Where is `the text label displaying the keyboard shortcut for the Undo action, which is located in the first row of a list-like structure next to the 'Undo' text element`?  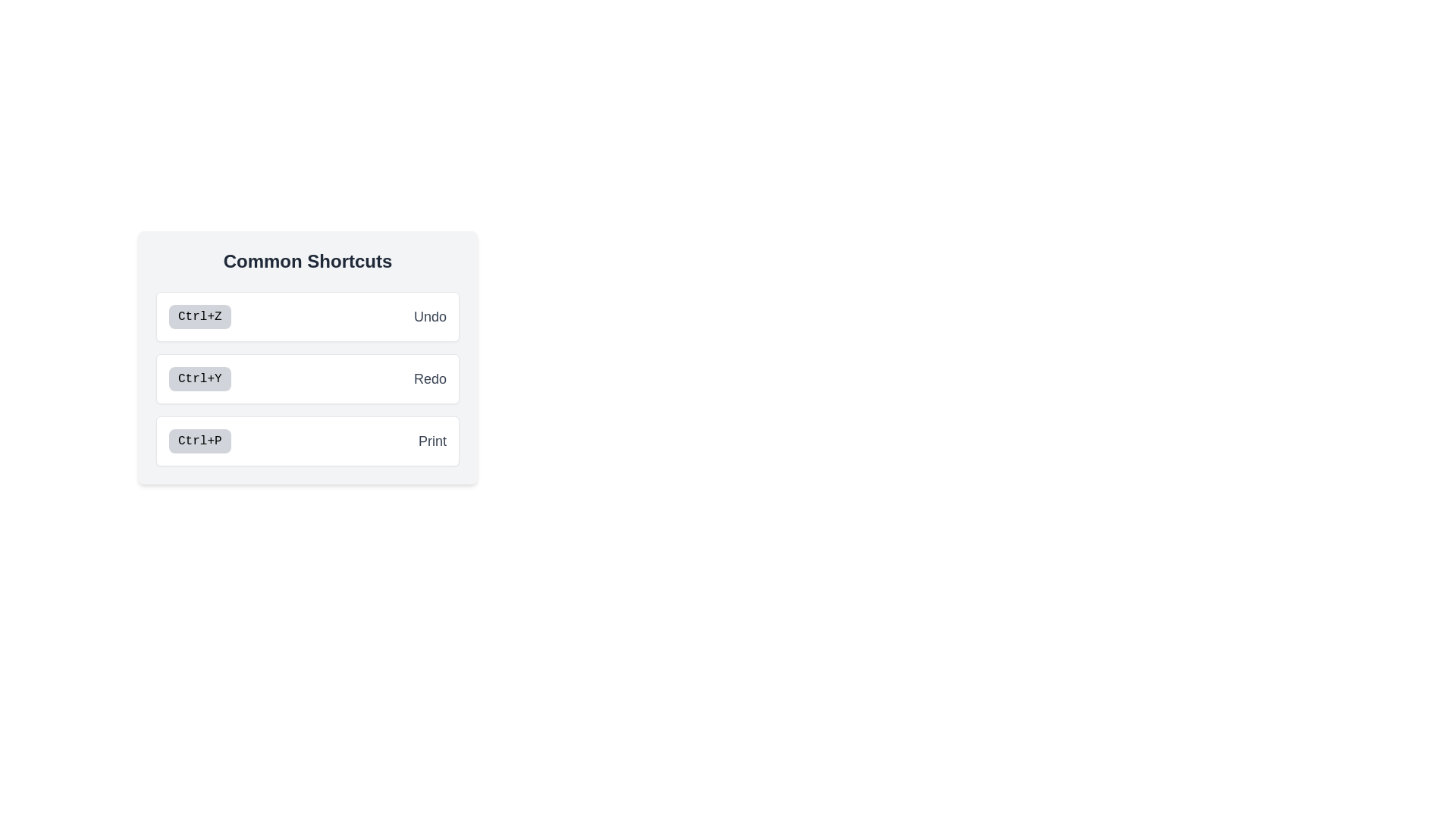
the text label displaying the keyboard shortcut for the Undo action, which is located in the first row of a list-like structure next to the 'Undo' text element is located at coordinates (199, 315).